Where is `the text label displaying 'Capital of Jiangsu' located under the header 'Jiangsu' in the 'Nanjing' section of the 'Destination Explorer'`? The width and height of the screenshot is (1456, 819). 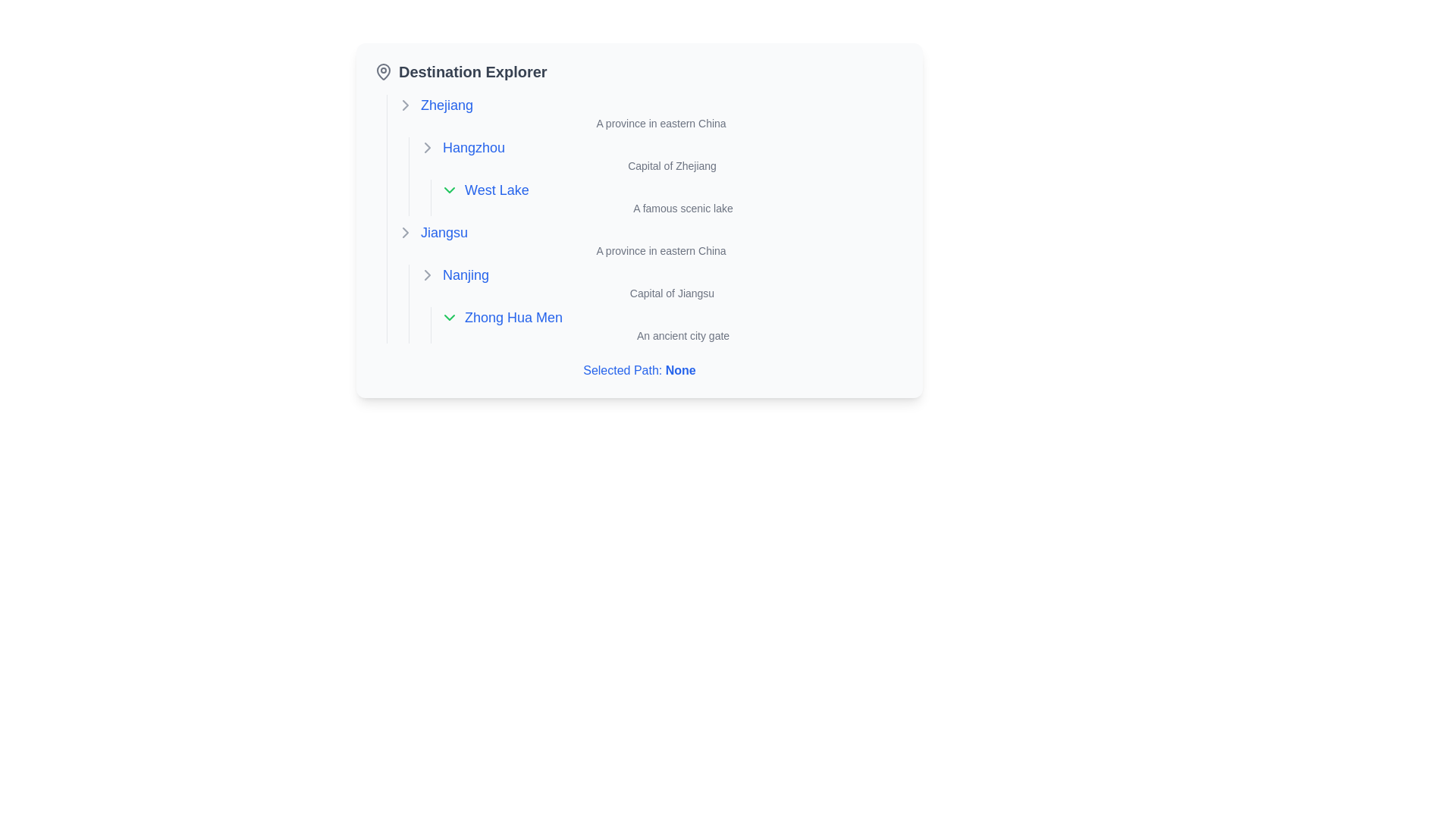 the text label displaying 'Capital of Jiangsu' located under the header 'Jiangsu' in the 'Nanjing' section of the 'Destination Explorer' is located at coordinates (656, 304).